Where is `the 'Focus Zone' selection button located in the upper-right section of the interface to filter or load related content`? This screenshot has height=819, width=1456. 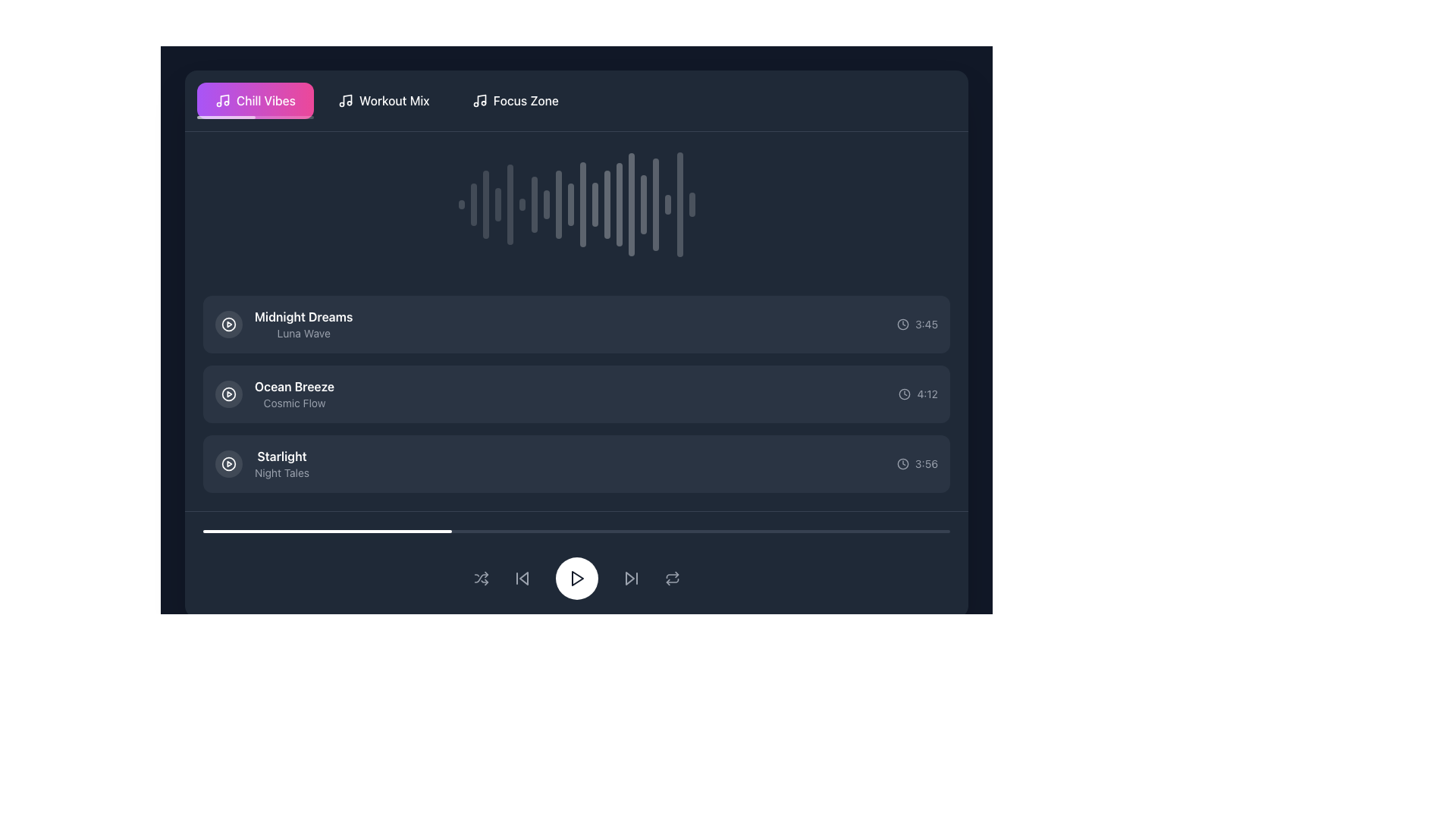
the 'Focus Zone' selection button located in the upper-right section of the interface to filter or load related content is located at coordinates (515, 100).